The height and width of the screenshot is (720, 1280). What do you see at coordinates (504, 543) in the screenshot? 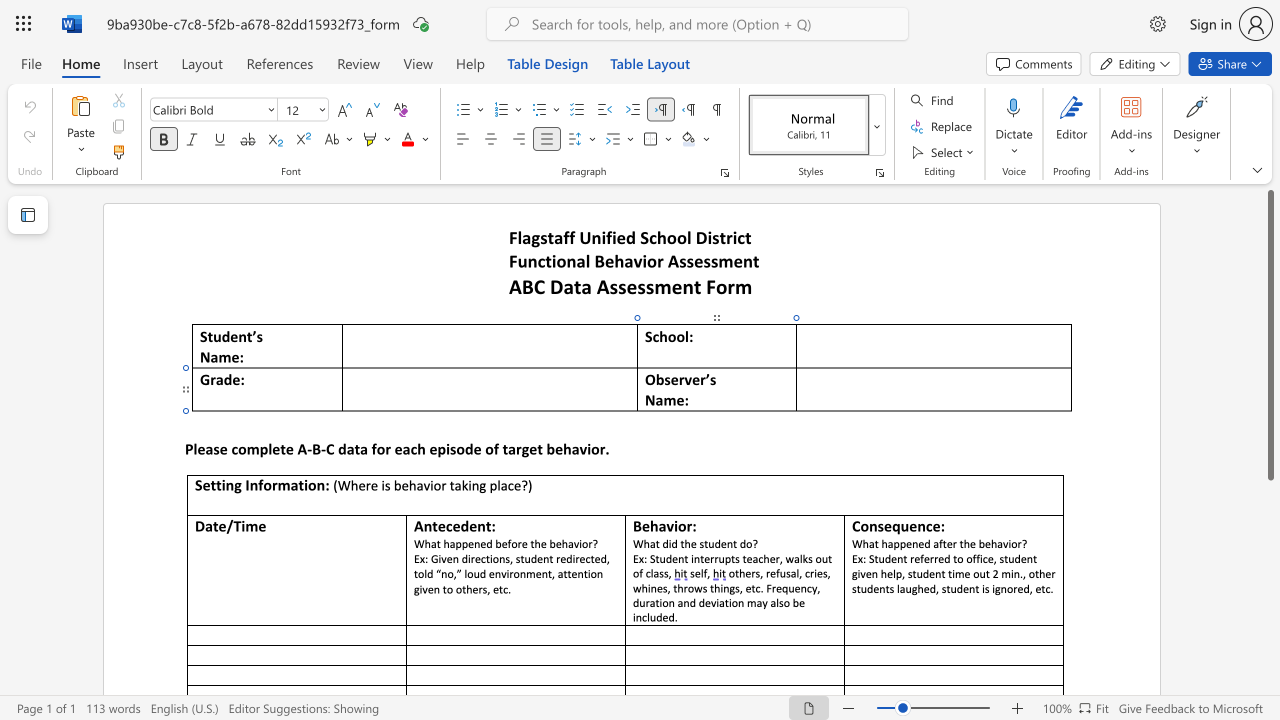
I see `the 3th character "e" in the text` at bounding box center [504, 543].